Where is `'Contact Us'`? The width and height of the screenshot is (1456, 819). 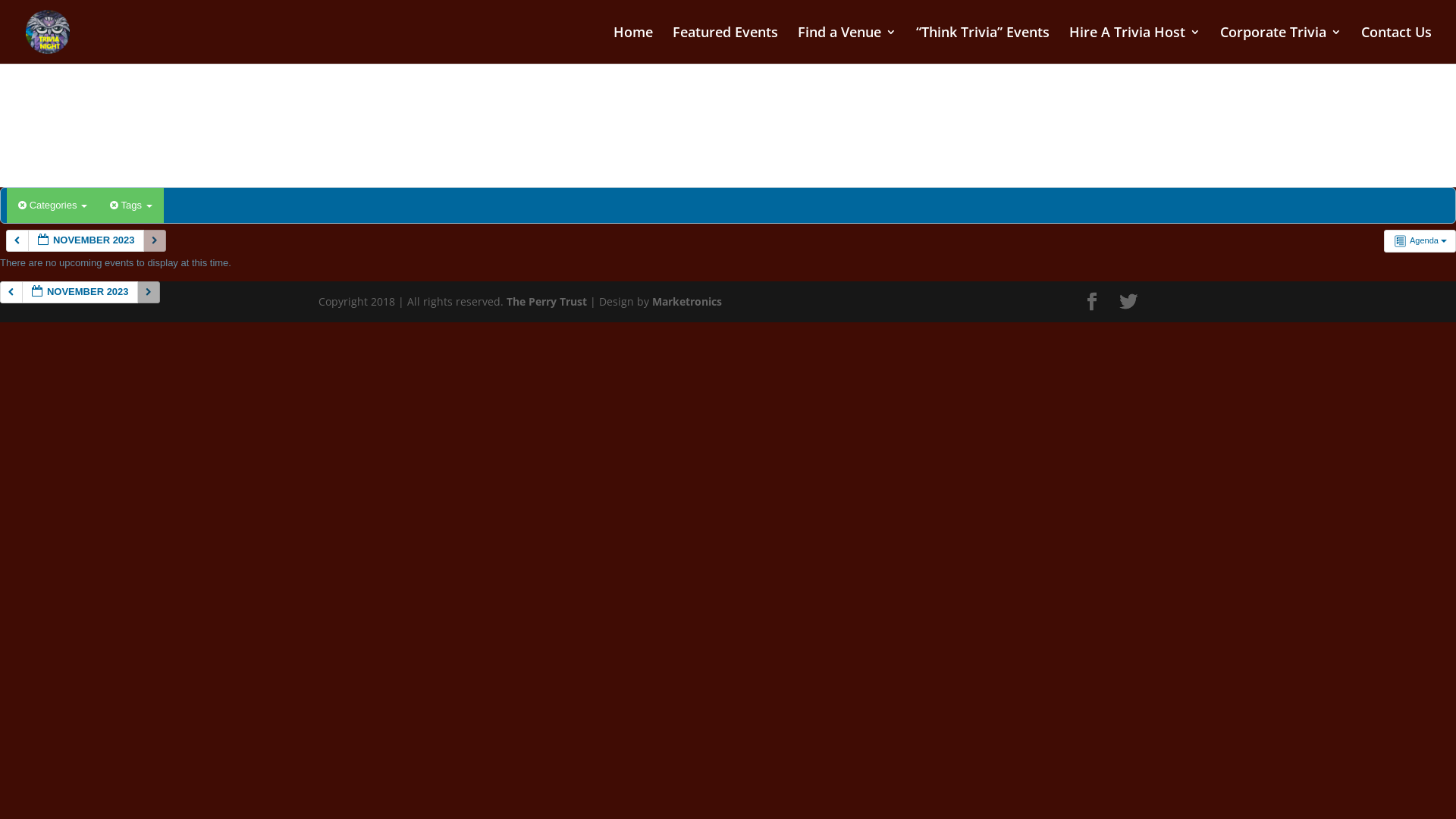 'Contact Us' is located at coordinates (1395, 44).